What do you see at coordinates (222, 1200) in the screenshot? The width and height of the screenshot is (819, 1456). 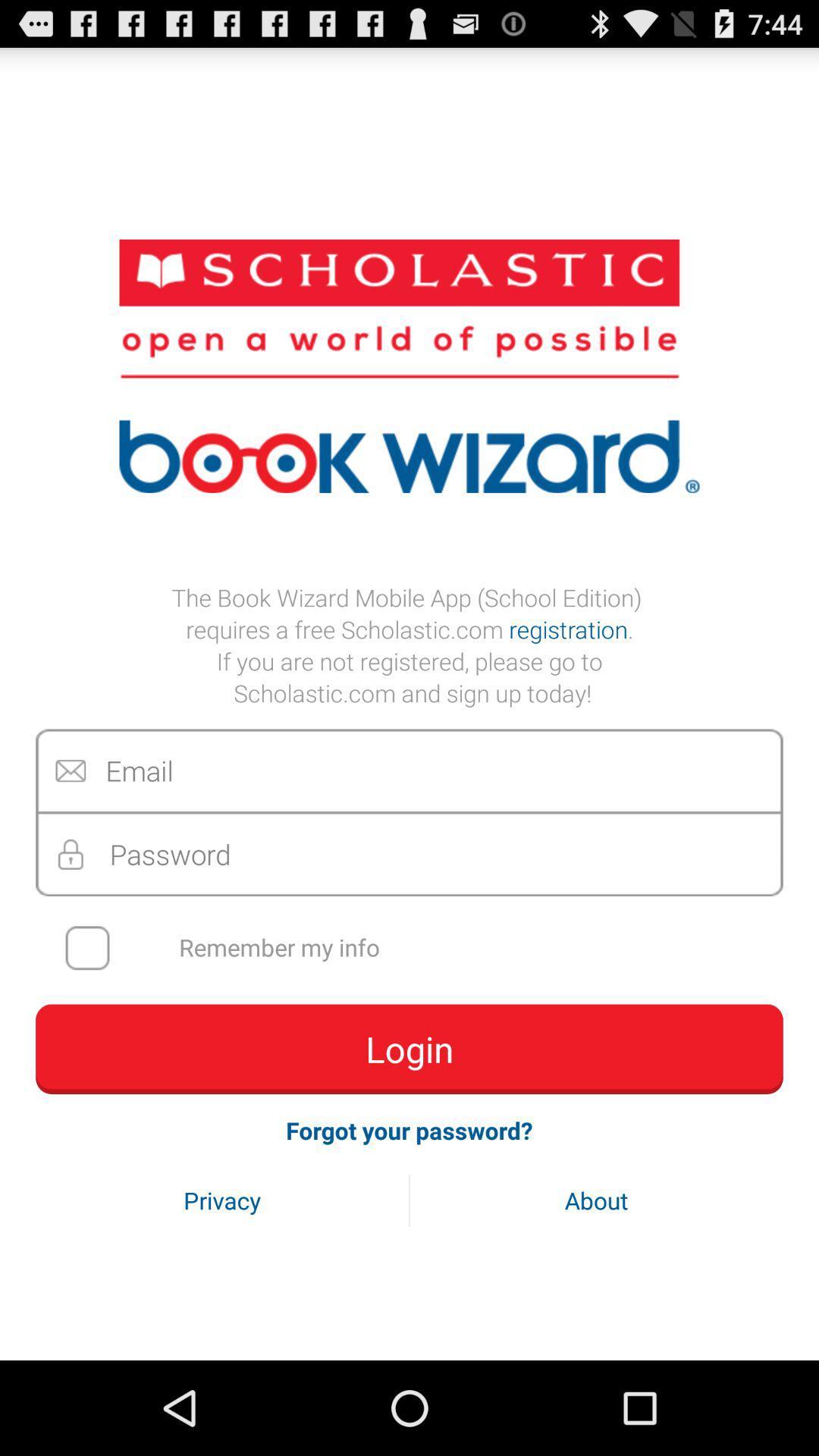 I see `button next to the about` at bounding box center [222, 1200].